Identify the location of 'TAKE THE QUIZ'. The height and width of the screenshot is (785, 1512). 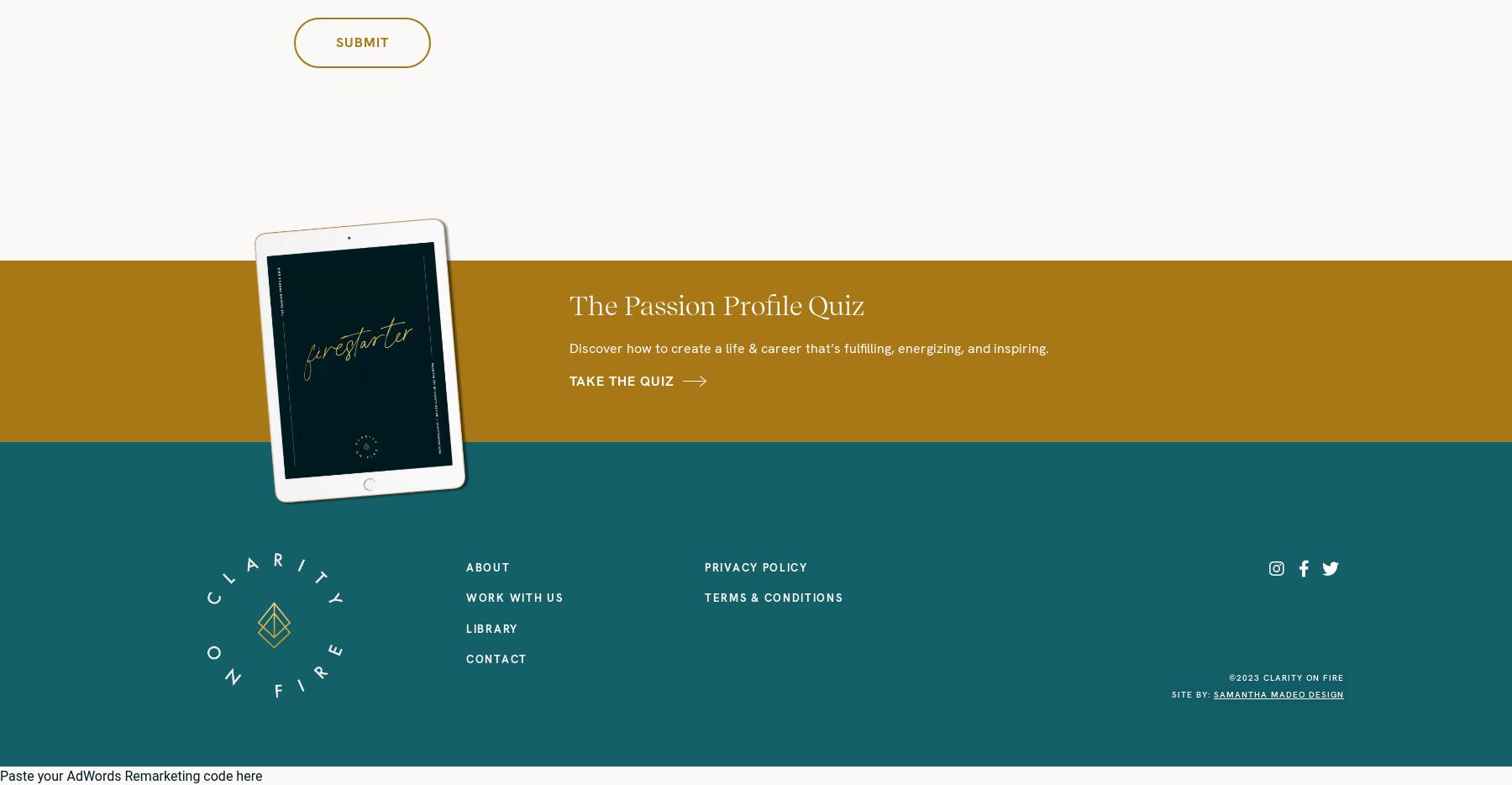
(621, 380).